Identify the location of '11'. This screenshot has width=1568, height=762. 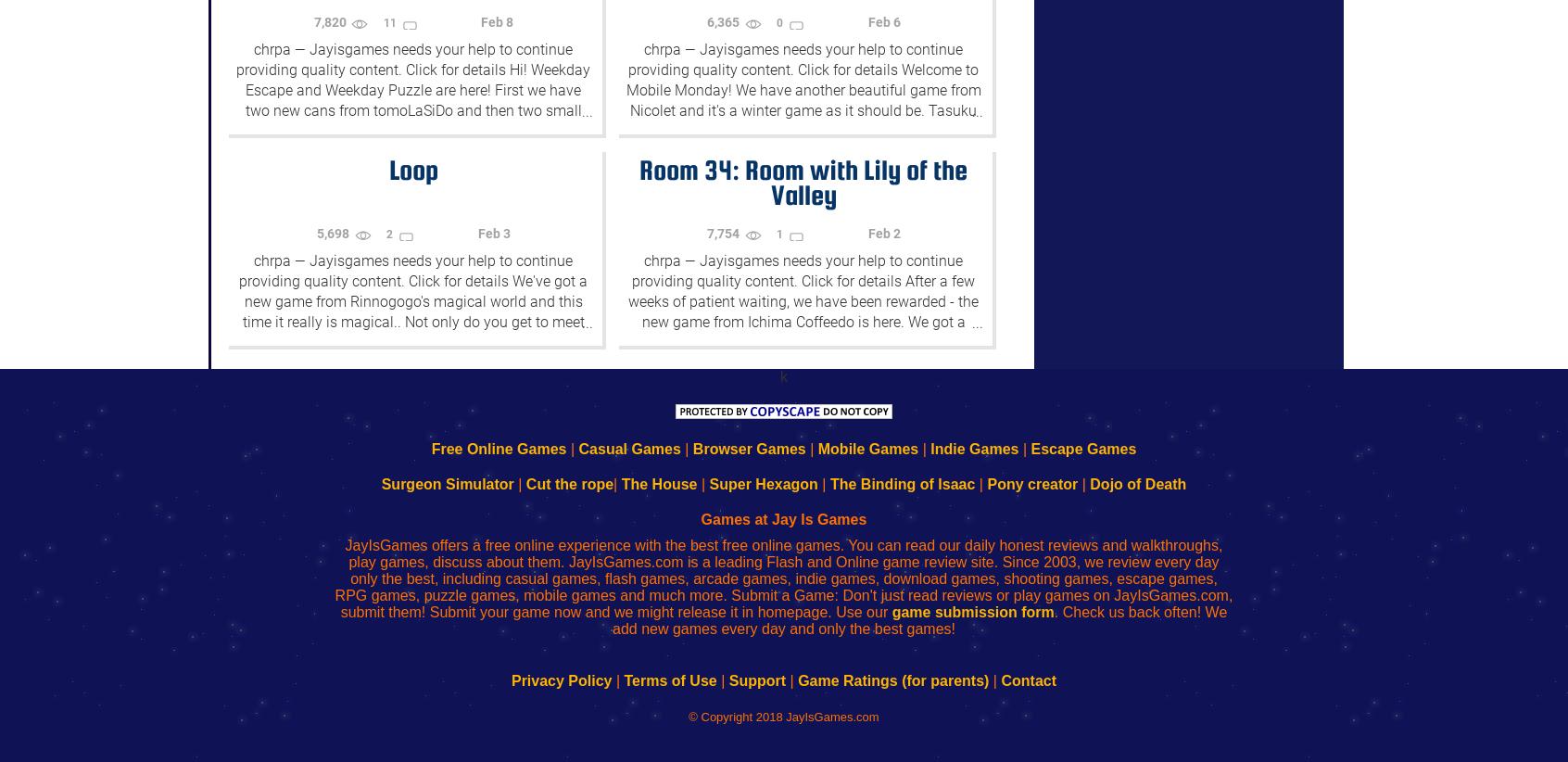
(390, 21).